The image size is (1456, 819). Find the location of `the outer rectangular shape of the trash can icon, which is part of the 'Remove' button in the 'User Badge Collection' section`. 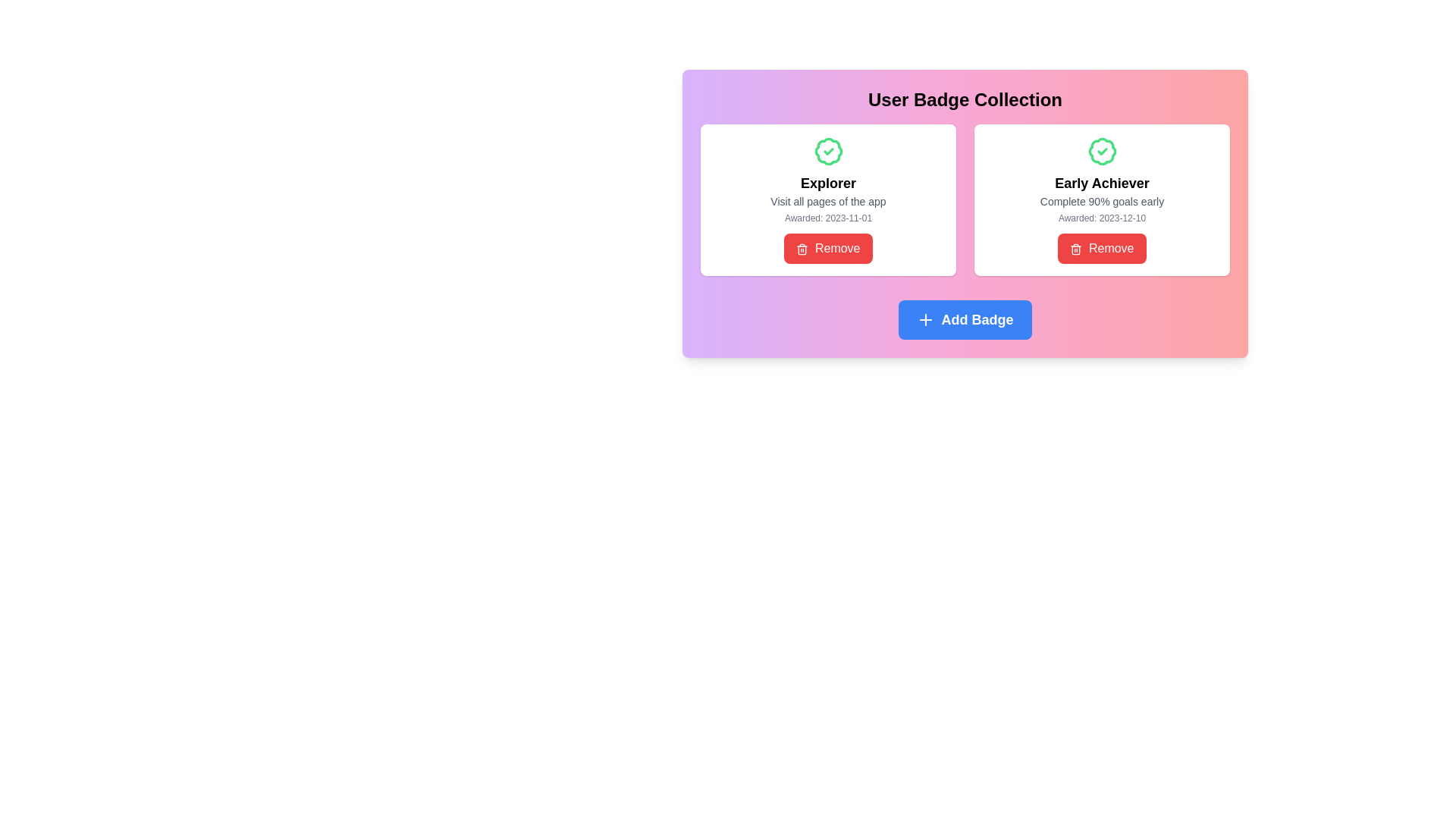

the outer rectangular shape of the trash can icon, which is part of the 'Remove' button in the 'User Badge Collection' section is located at coordinates (802, 249).